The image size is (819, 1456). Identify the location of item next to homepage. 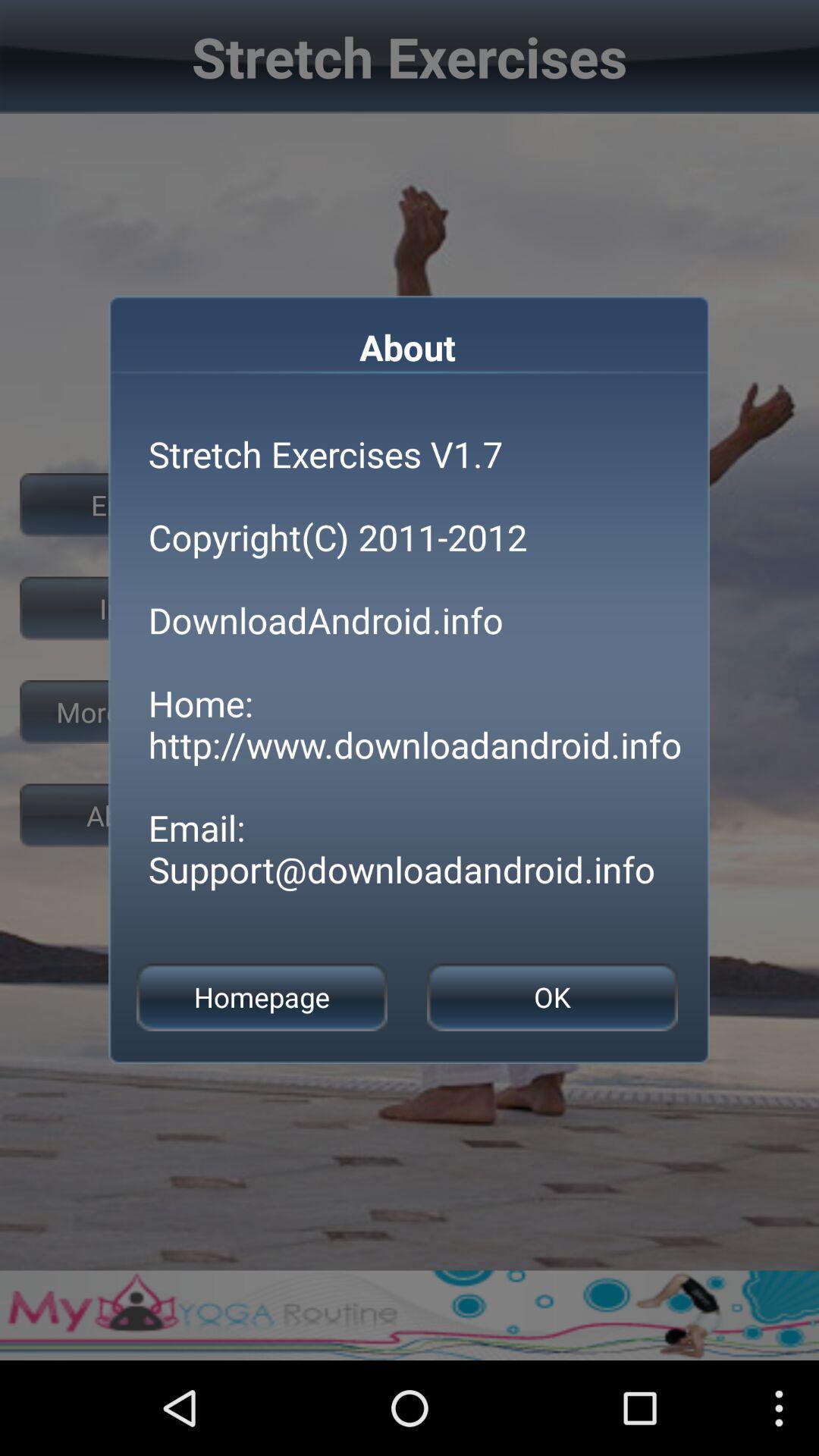
(552, 997).